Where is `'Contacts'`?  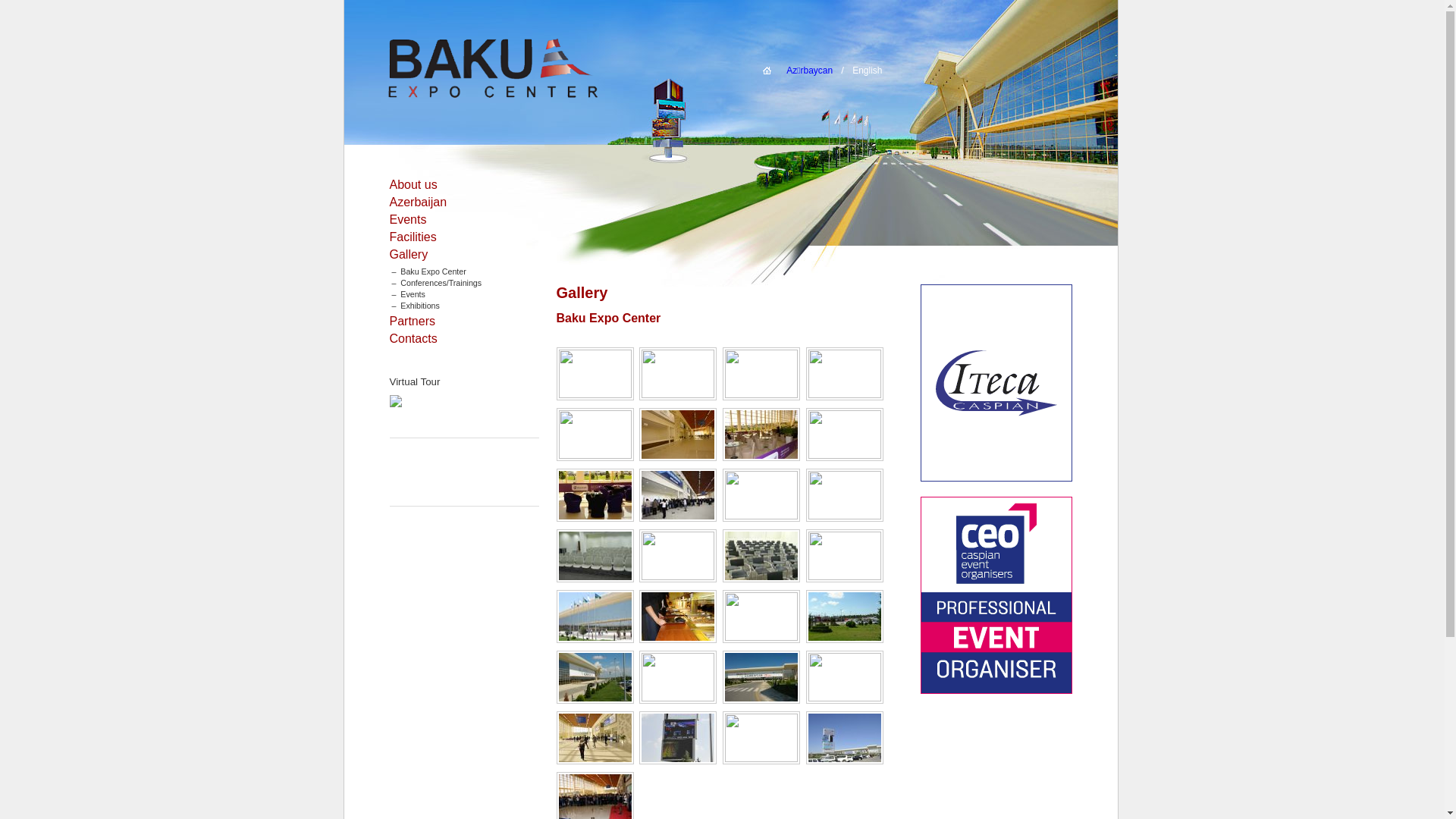 'Contacts' is located at coordinates (413, 337).